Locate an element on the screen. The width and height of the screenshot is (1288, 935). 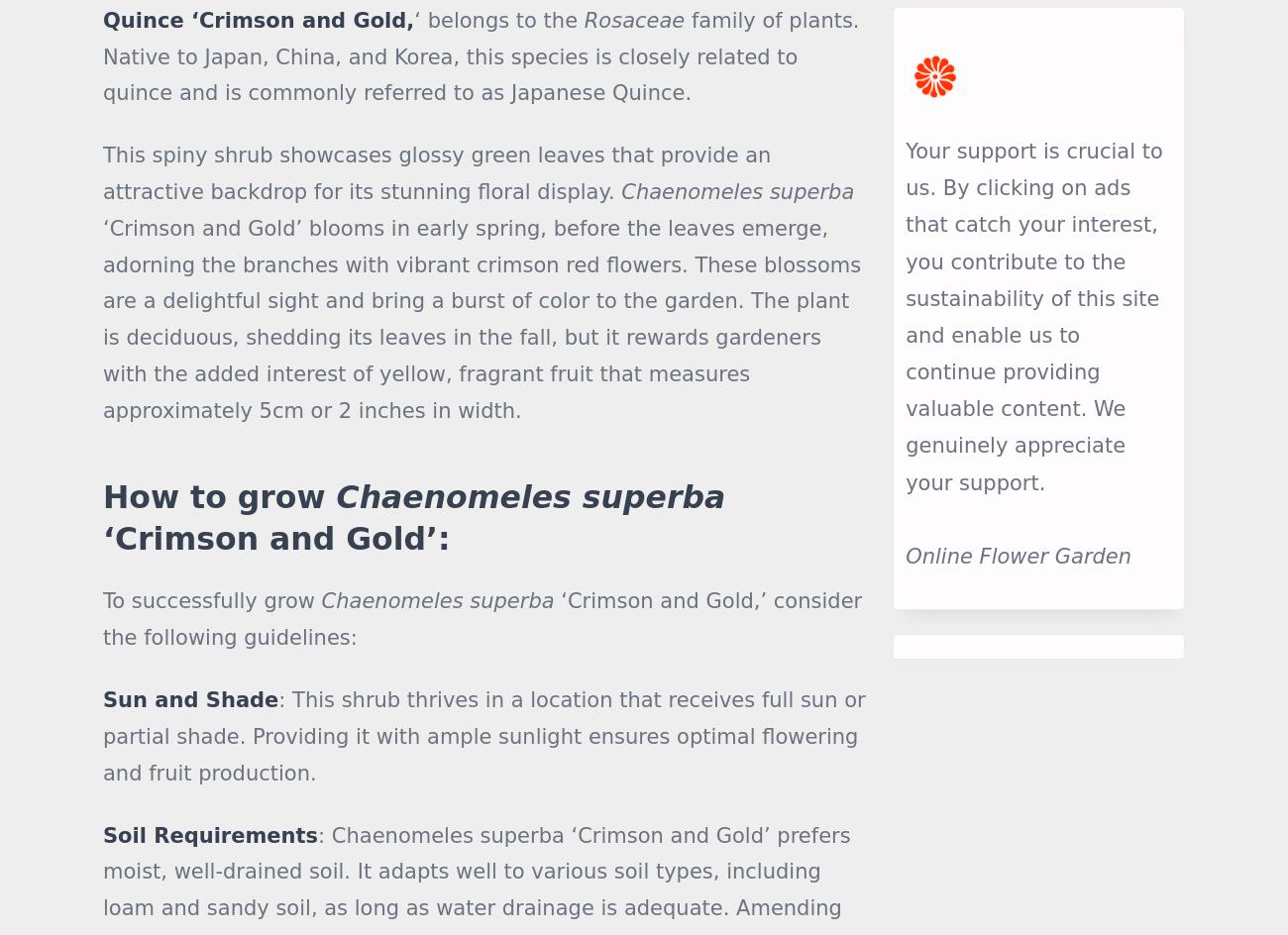
'Cuphea hyssopifolia ‘Cubano ™ Cristo’' is located at coordinates (192, 260).